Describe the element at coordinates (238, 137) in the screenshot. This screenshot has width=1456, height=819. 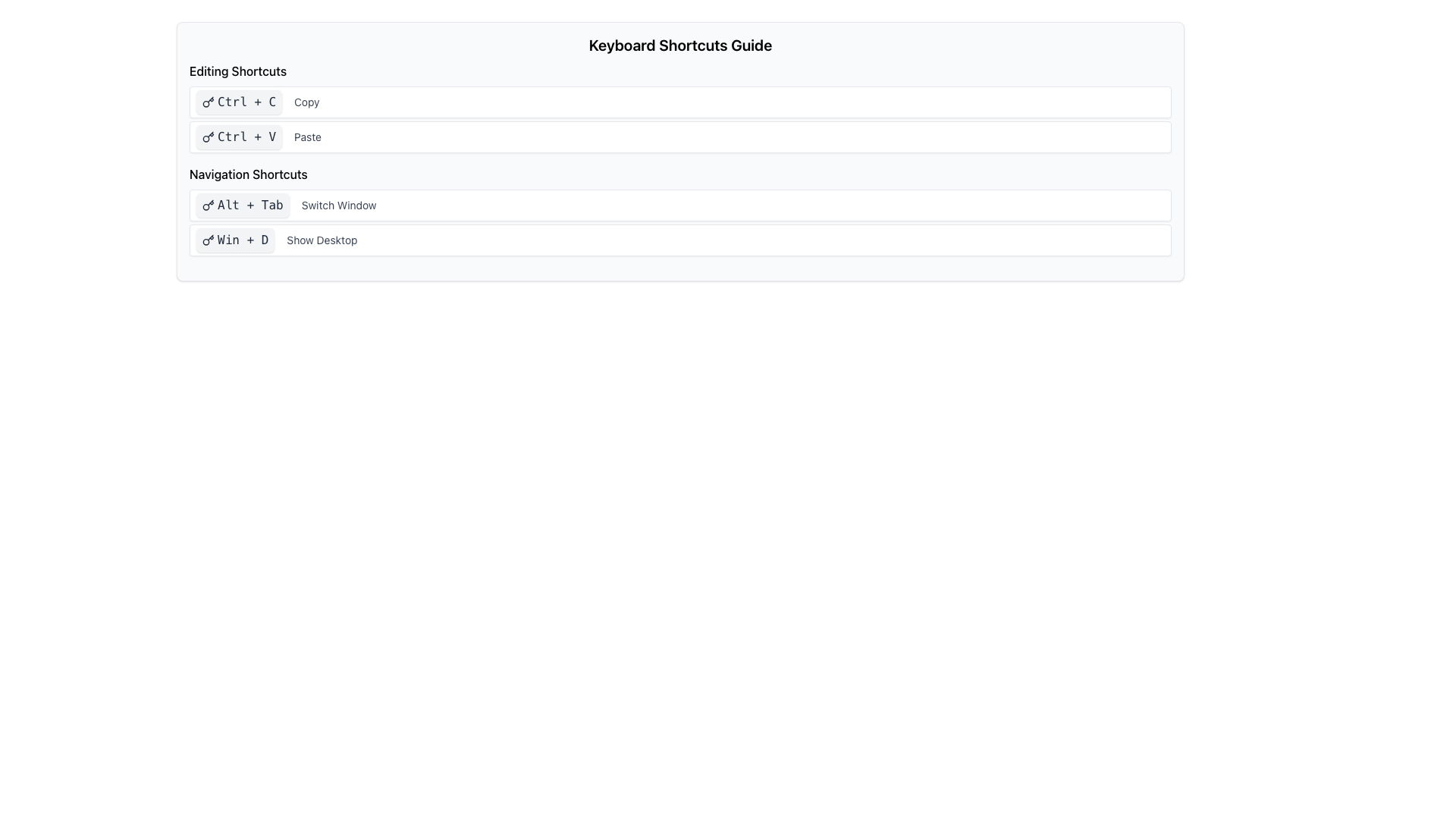
I see `the Keyboard Shortcut Indicator displaying 'Ctrl + V' for the Paste command, located in the Editing Shortcuts section as the second element` at that location.